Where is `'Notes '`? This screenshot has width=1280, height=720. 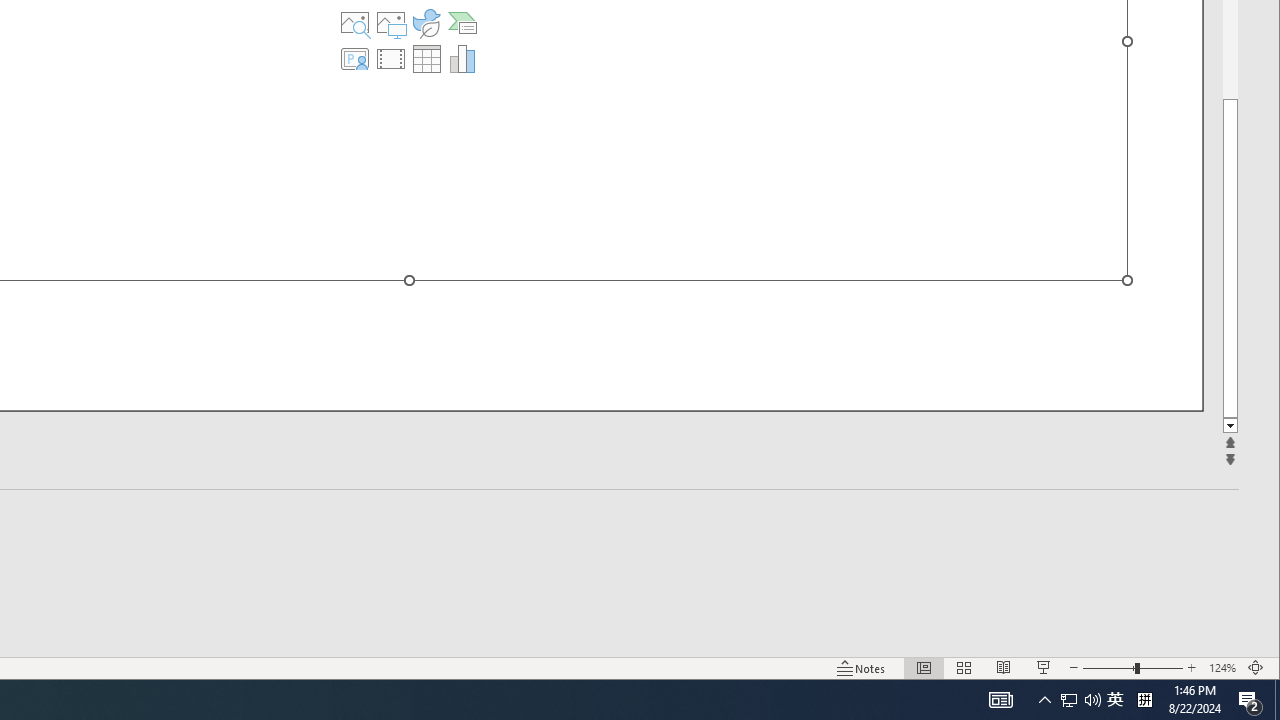
'Notes ' is located at coordinates (861, 668).